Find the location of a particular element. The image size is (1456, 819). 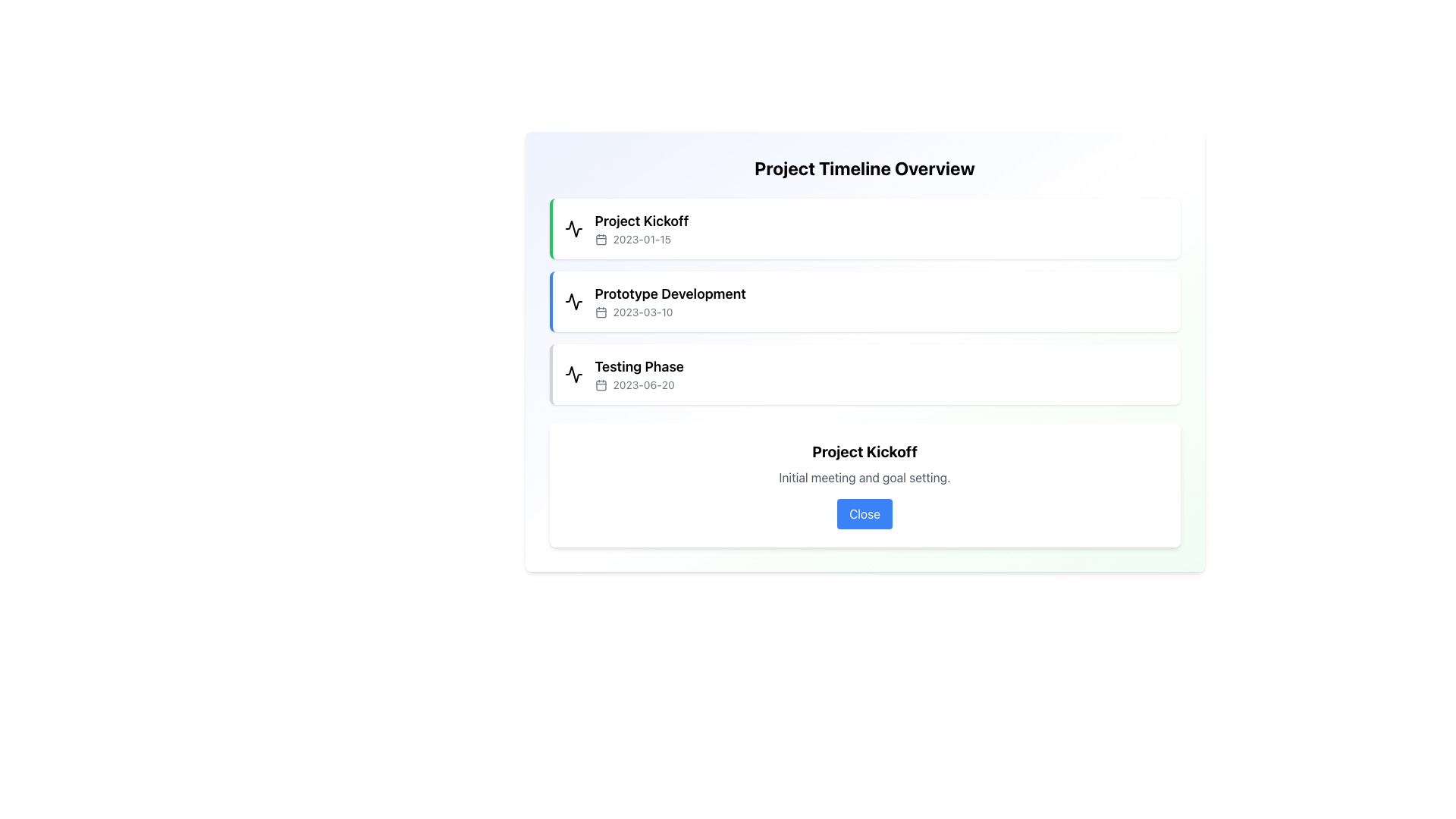

the title 'Project Timeline Overview', which is displayed in bold and large text at the top of the timeline section is located at coordinates (864, 168).